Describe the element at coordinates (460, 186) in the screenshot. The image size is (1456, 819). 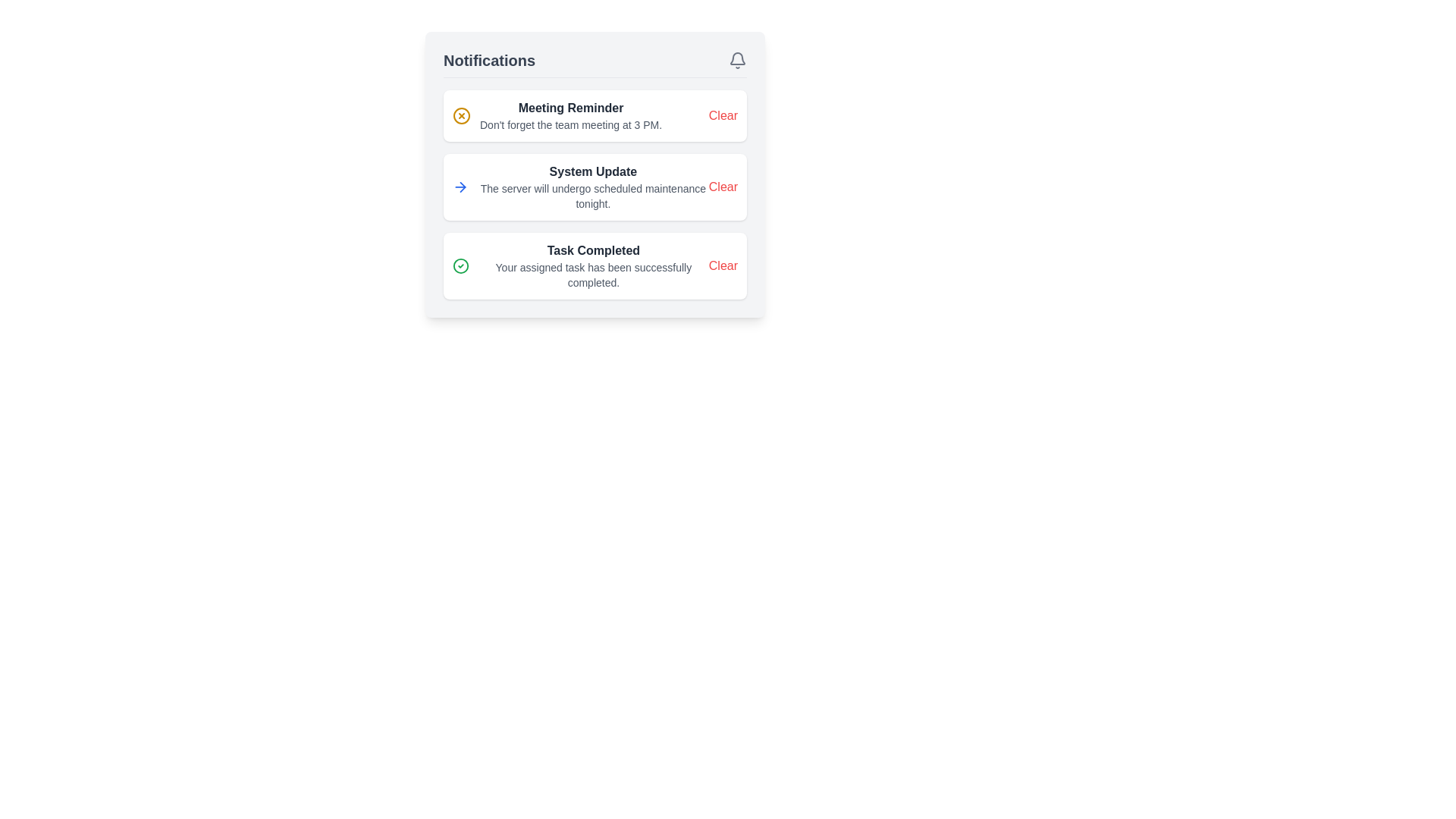
I see `the blue right-pointing arrow icon in the 'System Update' notification row, which is located beside the 'System Update' text` at that location.